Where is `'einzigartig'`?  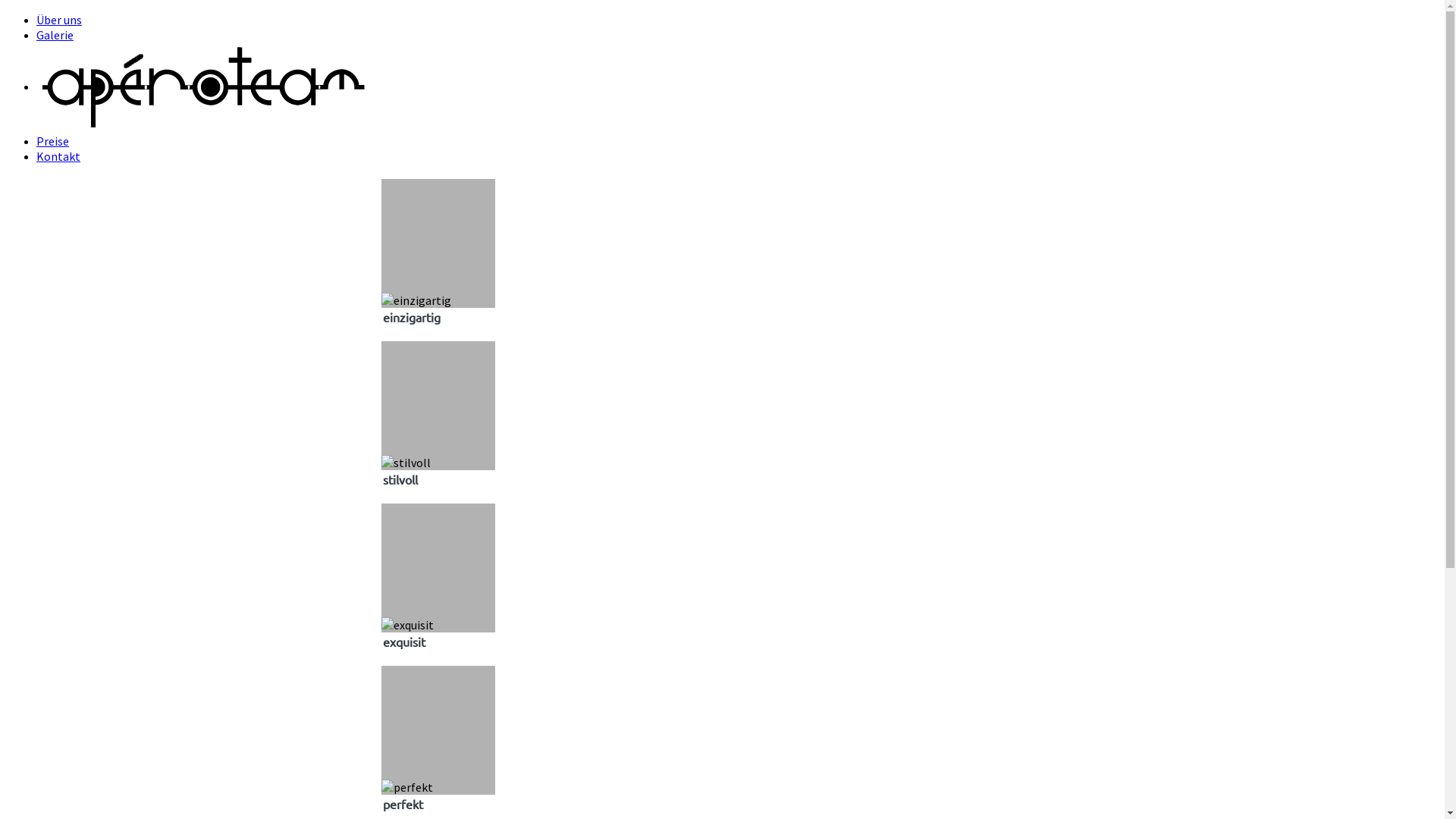
'einzigartig' is located at coordinates (415, 300).